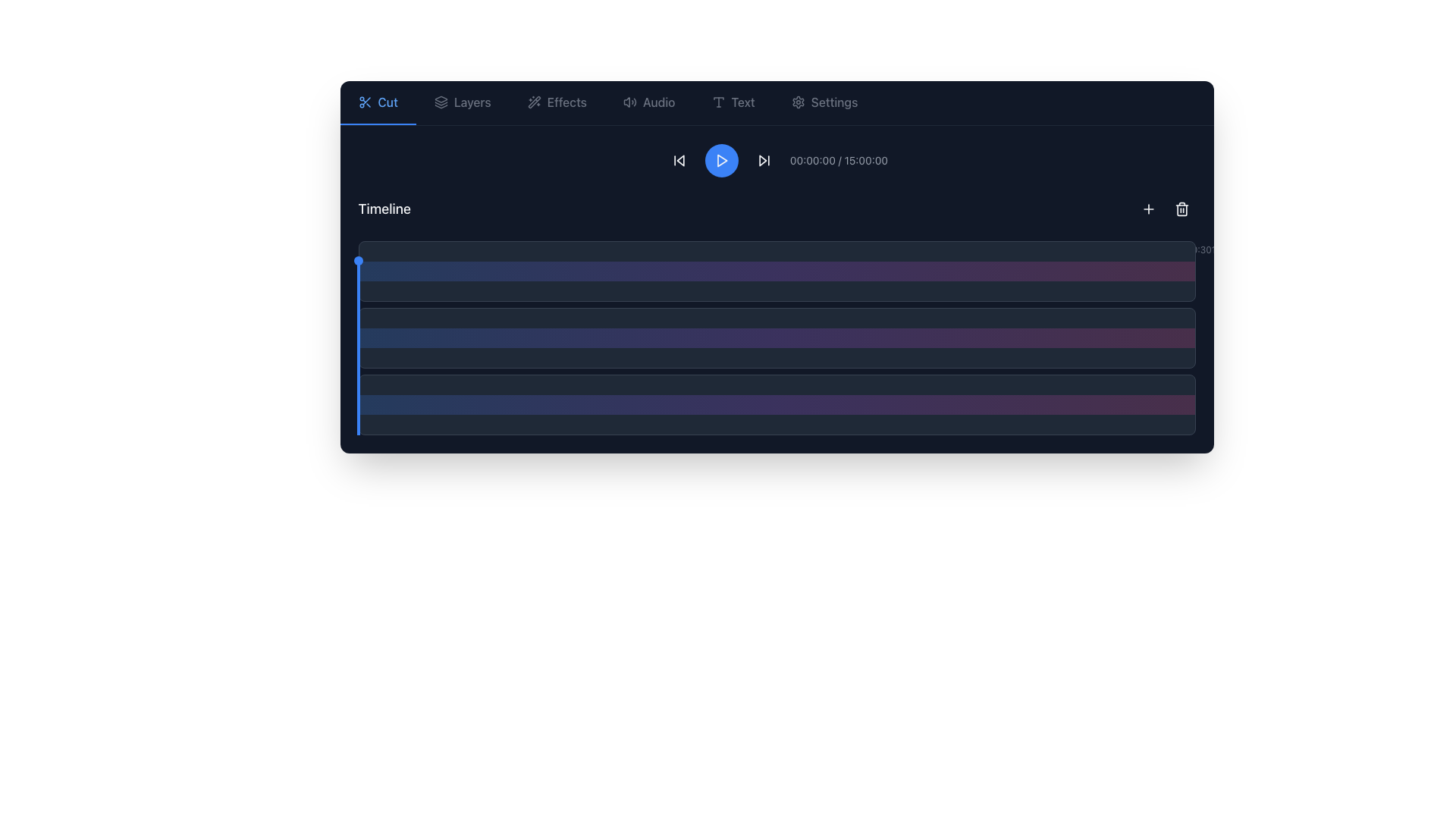 Image resolution: width=1456 pixels, height=819 pixels. Describe the element at coordinates (534, 102) in the screenshot. I see `the 'Effects' icon located in the navigation bar` at that location.